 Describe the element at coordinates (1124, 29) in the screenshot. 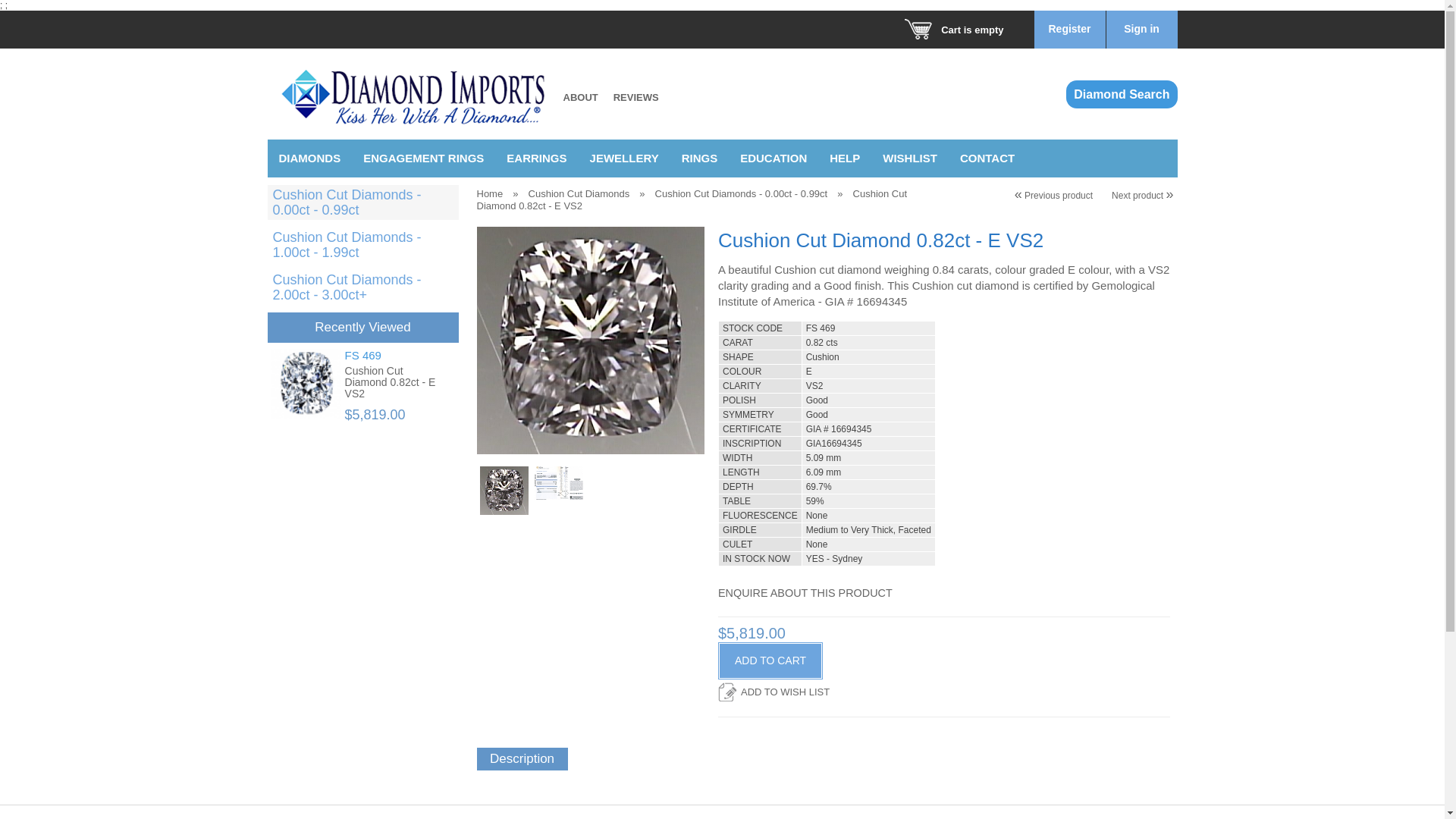

I see `'Sign in'` at that location.